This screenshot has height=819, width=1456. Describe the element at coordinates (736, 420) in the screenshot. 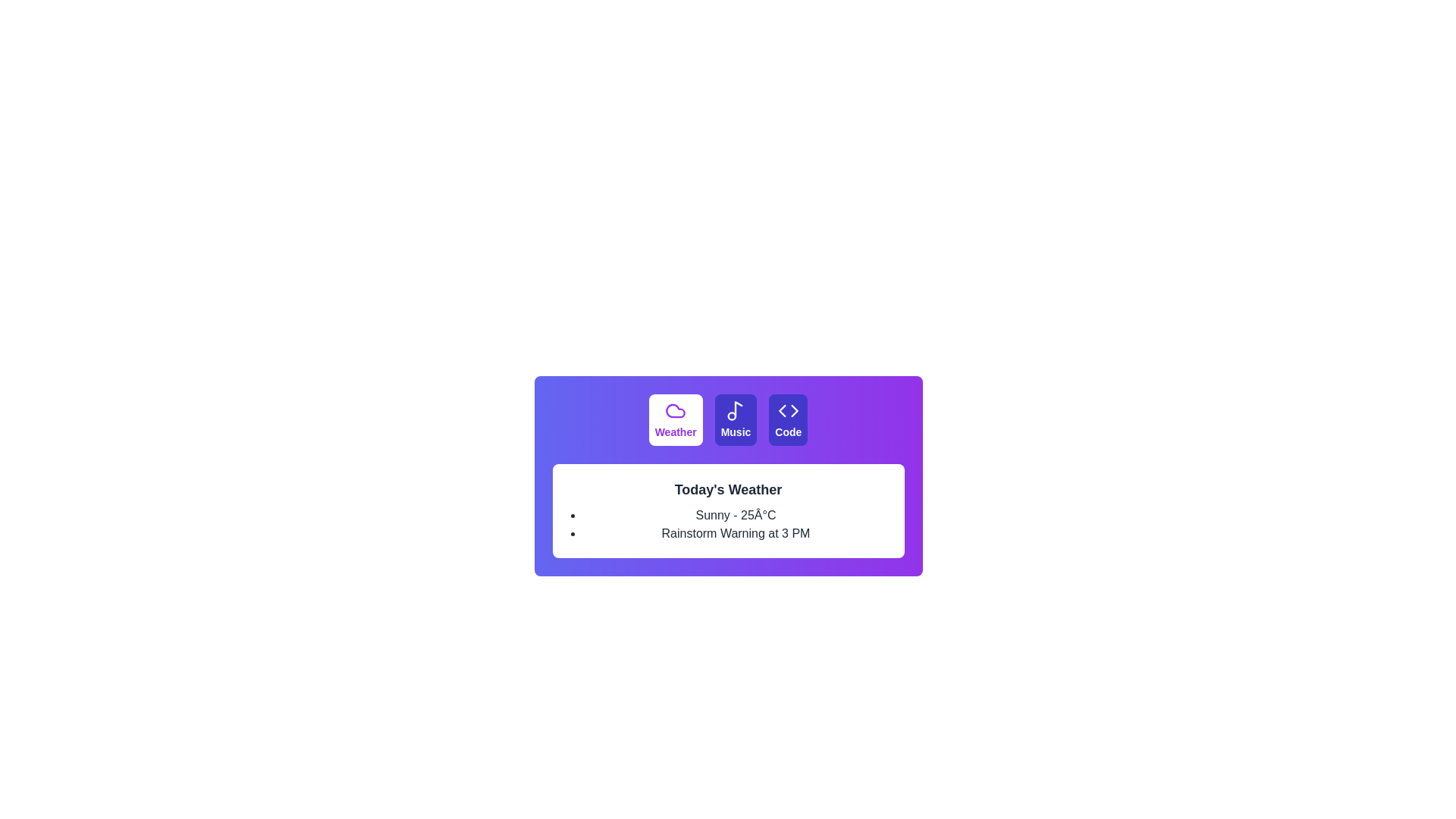

I see `the 'Music' button` at that location.